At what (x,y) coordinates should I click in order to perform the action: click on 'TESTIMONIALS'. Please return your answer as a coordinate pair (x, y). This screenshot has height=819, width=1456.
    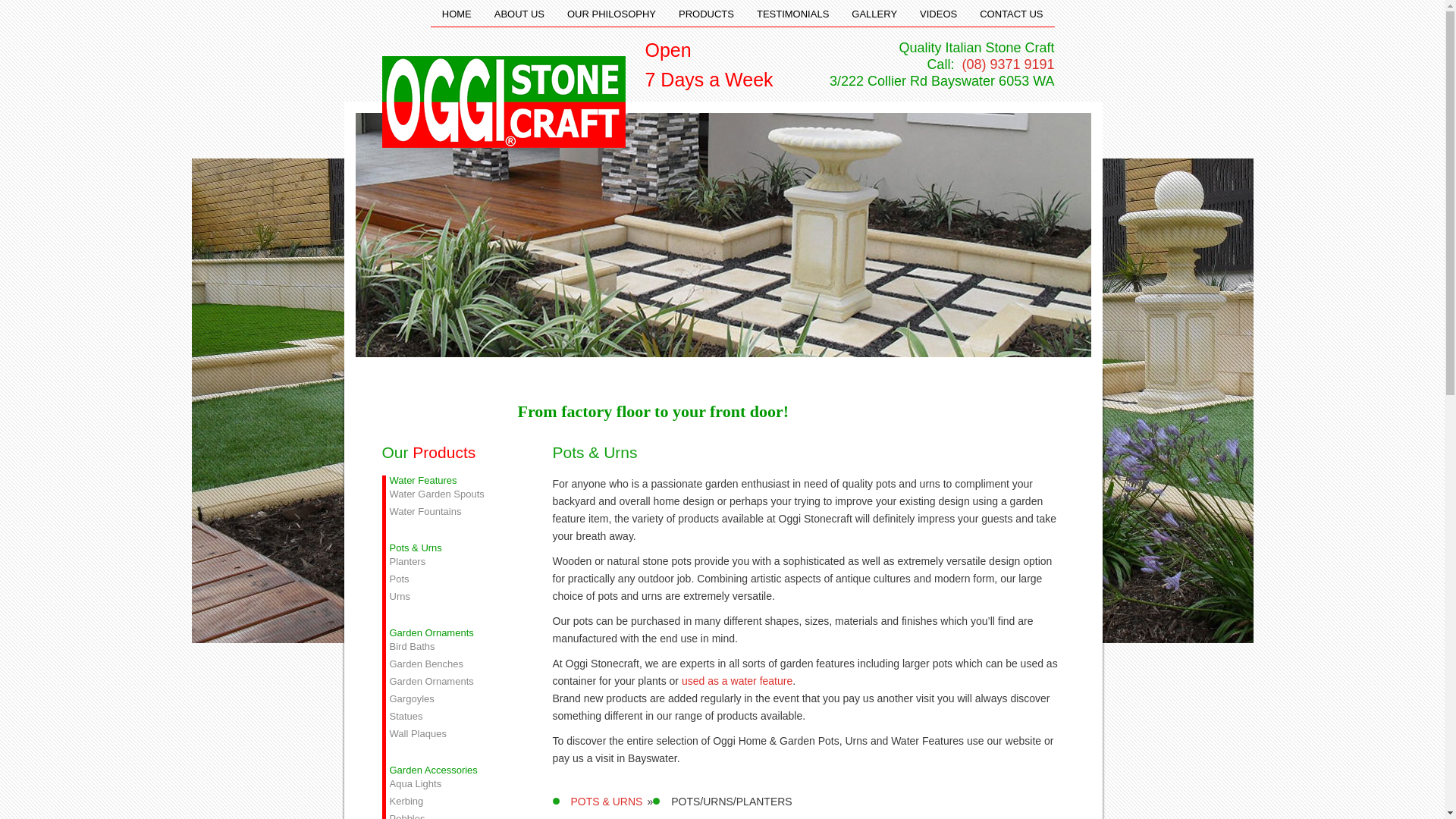
    Looking at the image, I should click on (745, 13).